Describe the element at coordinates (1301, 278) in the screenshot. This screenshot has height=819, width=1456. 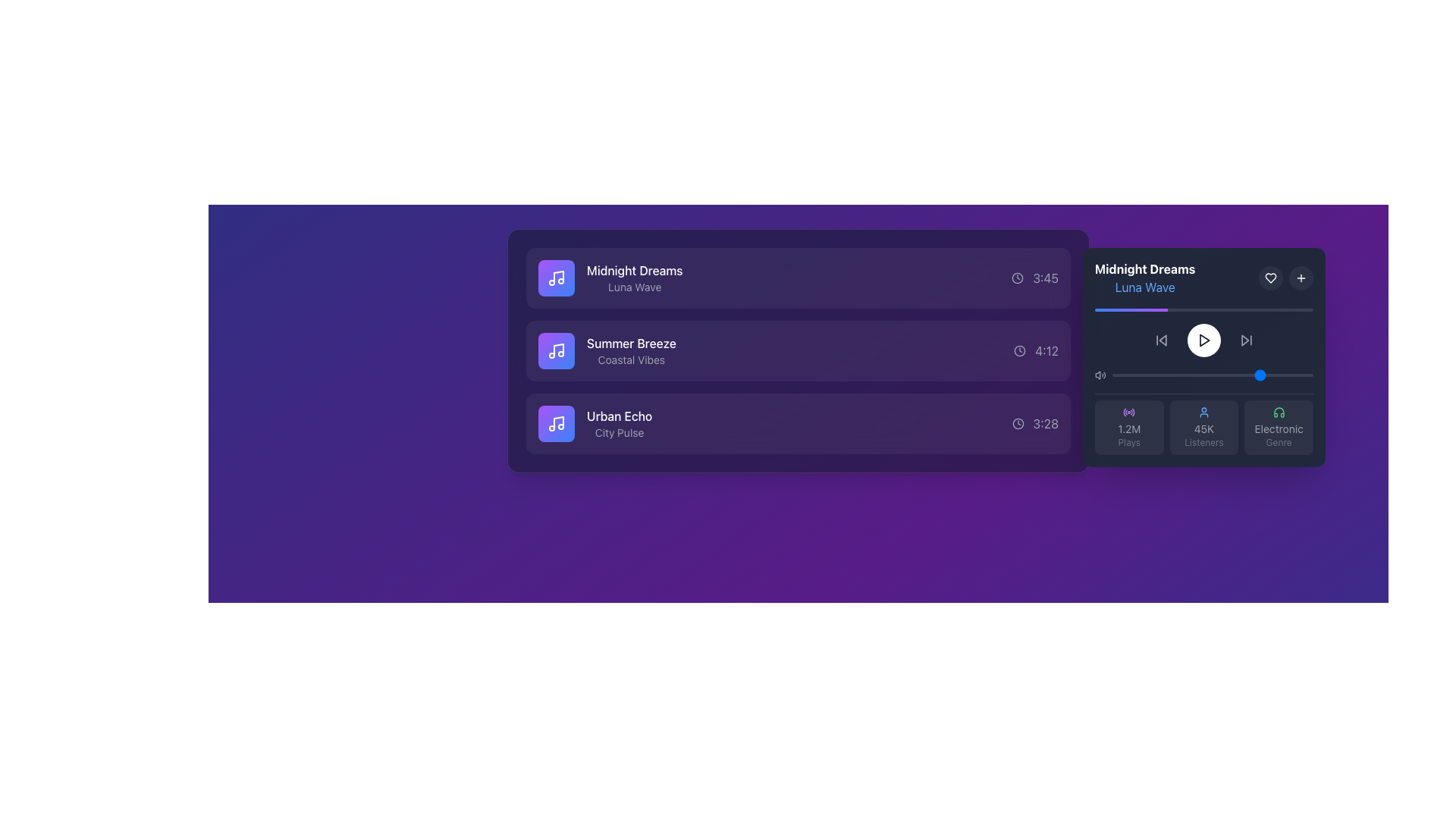
I see `the button located at the top right corner of the music player panel, adjacent to the heart button` at that location.